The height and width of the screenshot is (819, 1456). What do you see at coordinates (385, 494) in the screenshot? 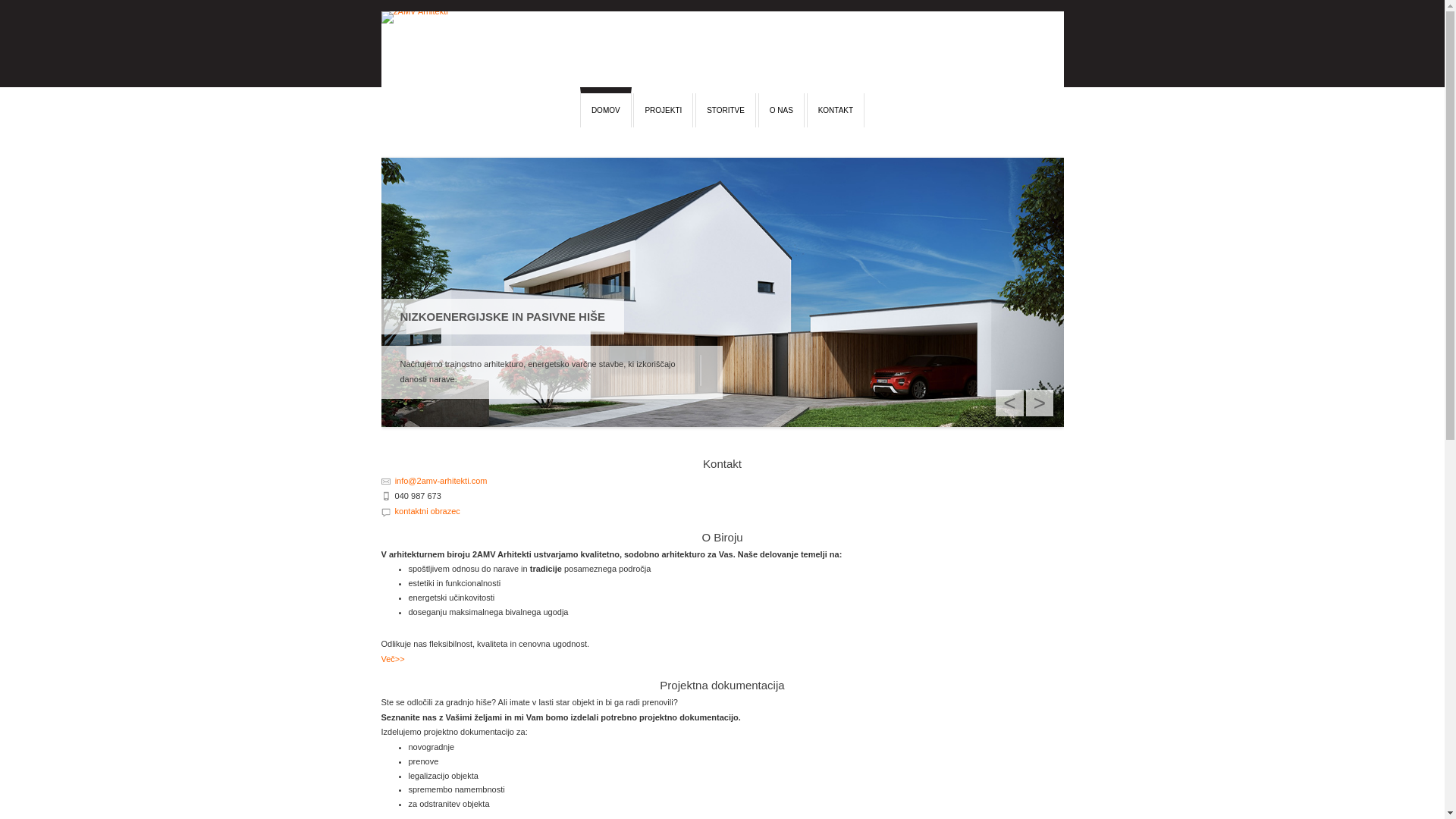
I see `'2AMV mobitel'` at bounding box center [385, 494].